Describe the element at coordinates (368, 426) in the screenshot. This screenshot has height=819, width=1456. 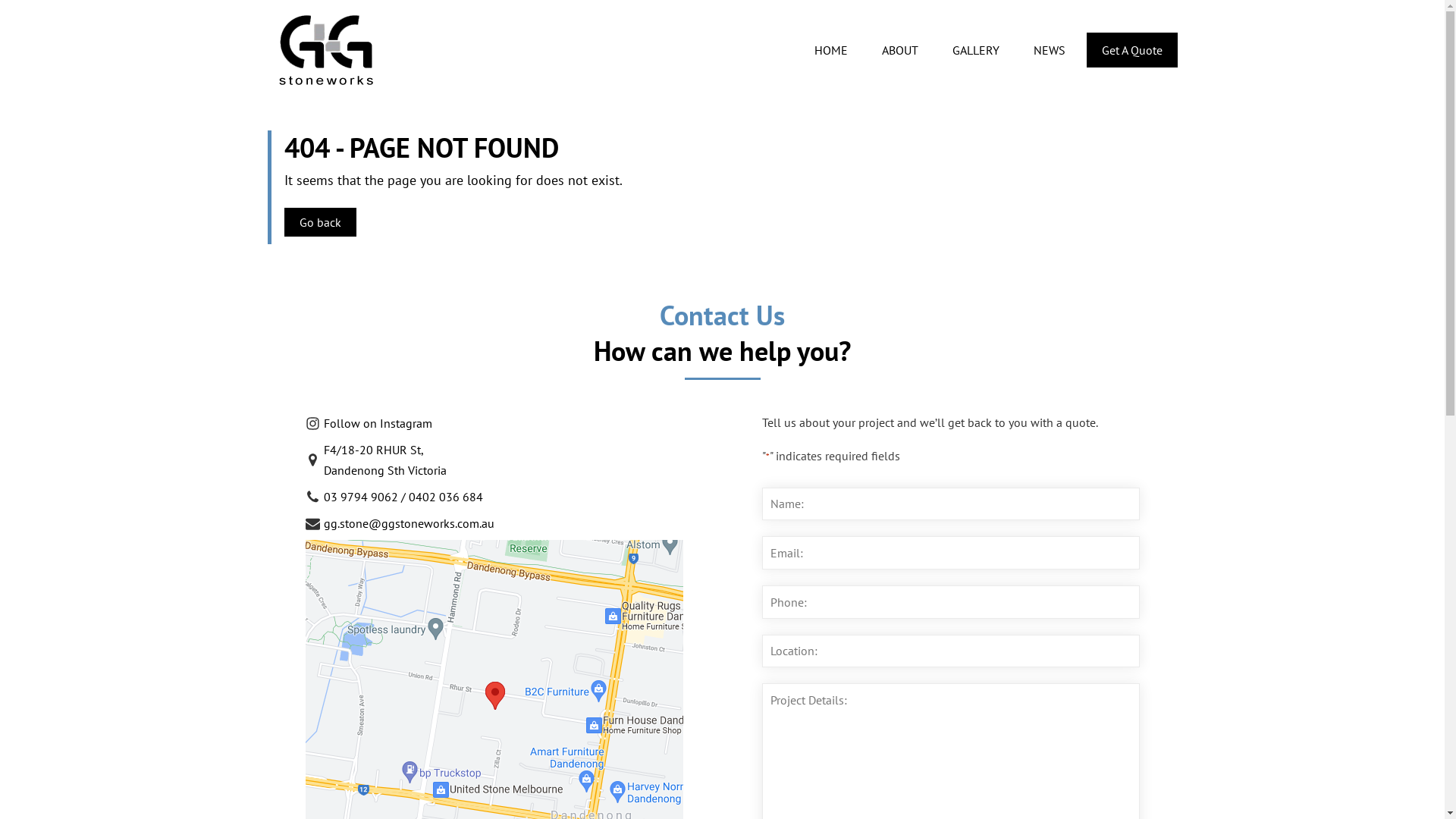
I see `'Follow on Instagram'` at that location.